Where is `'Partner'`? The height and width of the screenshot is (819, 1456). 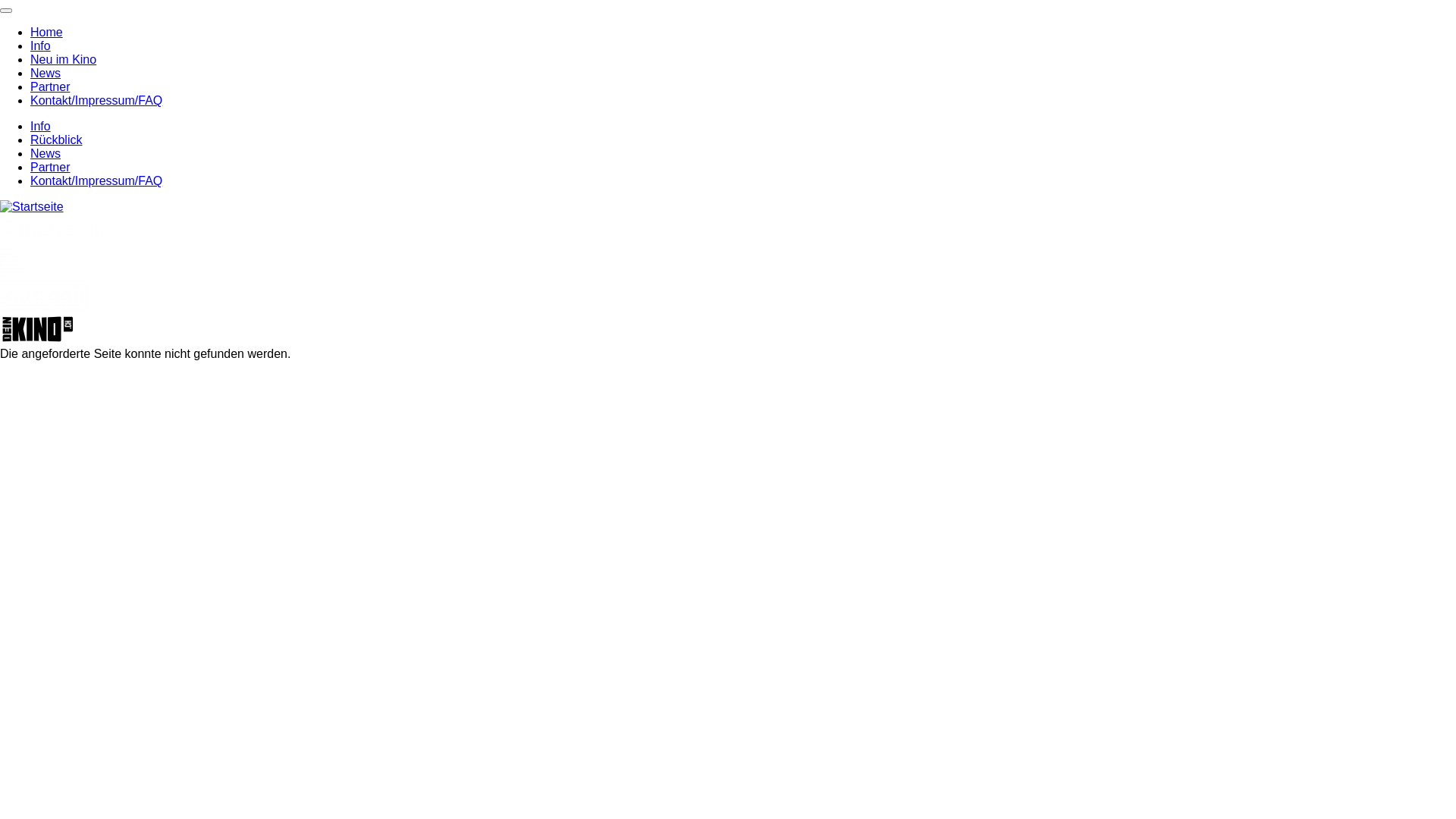
'Partner' is located at coordinates (50, 167).